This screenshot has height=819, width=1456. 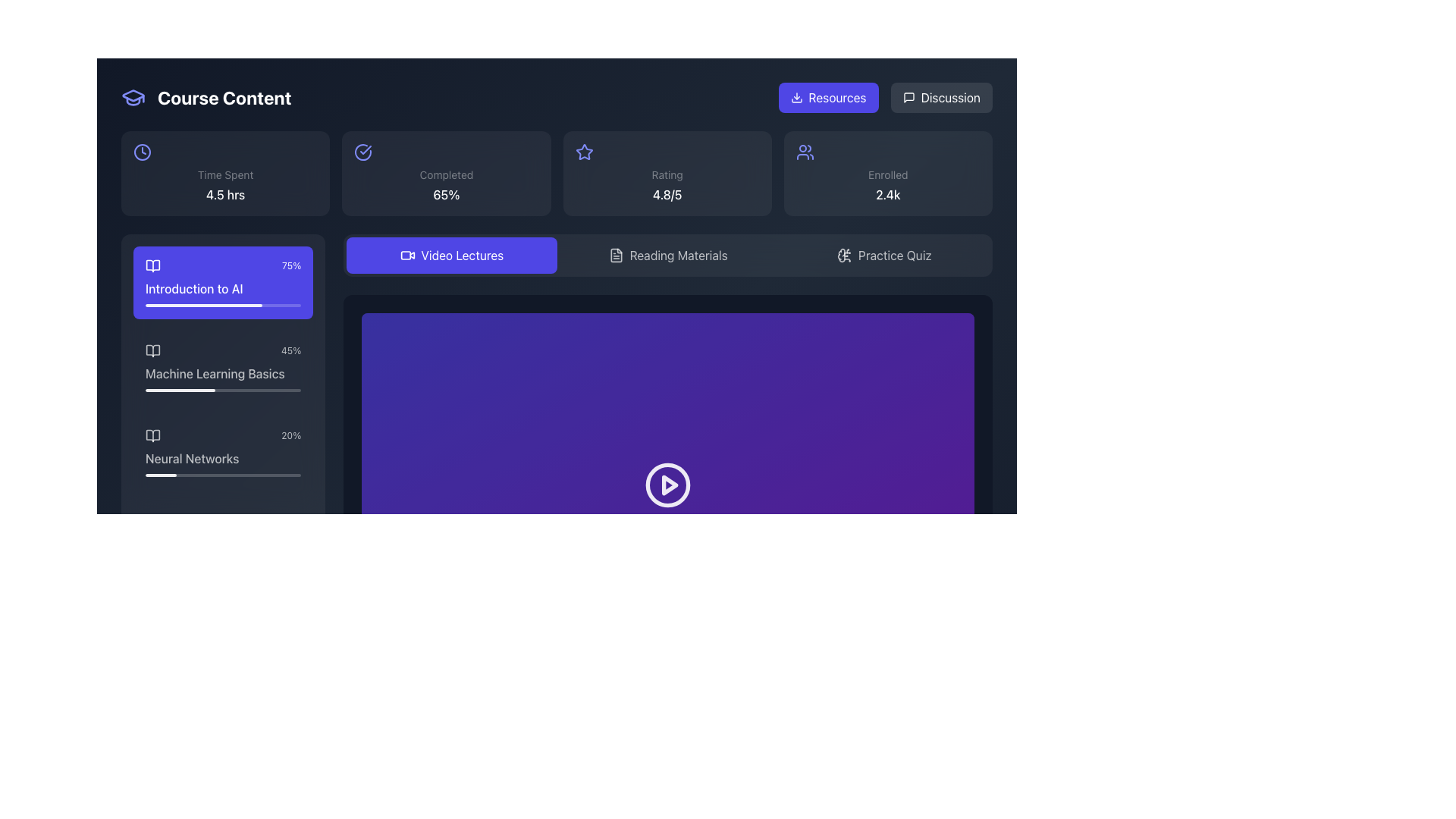 What do you see at coordinates (908, 97) in the screenshot?
I see `the chat bubble icon in the top-right corner of the interface, which represents messaging functionality` at bounding box center [908, 97].